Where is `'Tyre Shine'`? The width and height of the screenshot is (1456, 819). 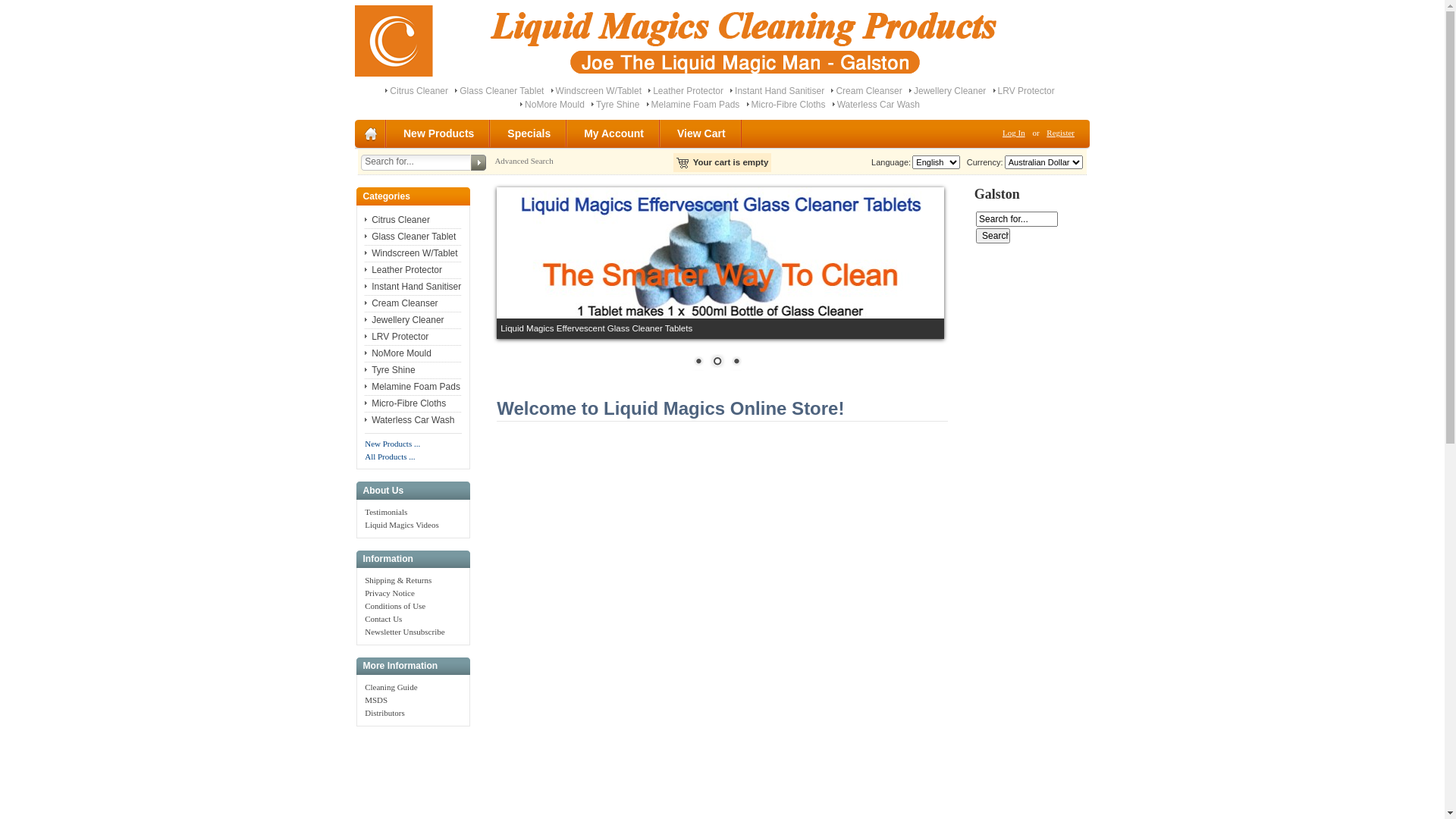 'Tyre Shine' is located at coordinates (590, 104).